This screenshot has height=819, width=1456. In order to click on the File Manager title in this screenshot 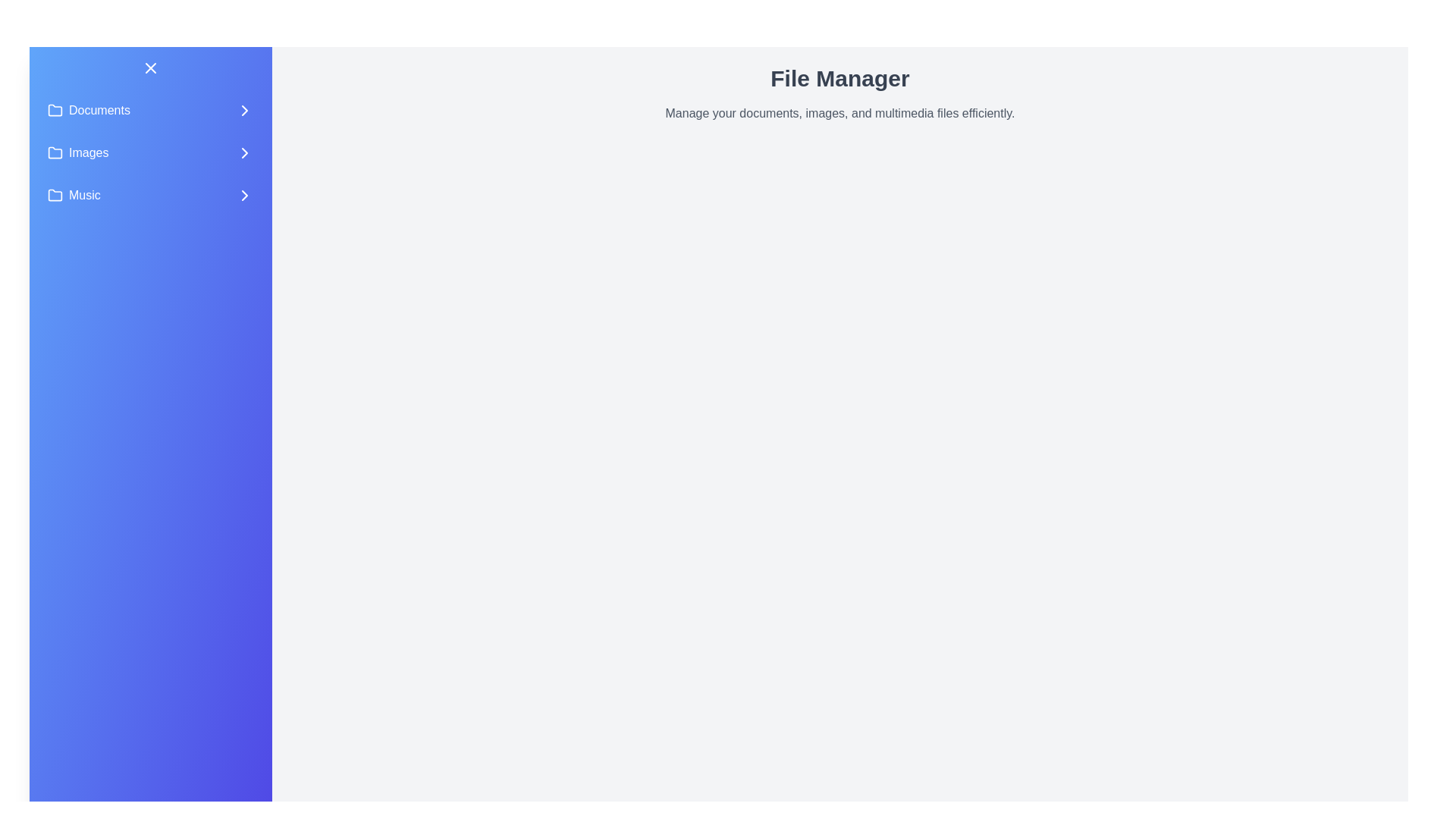, I will do `click(839, 79)`.